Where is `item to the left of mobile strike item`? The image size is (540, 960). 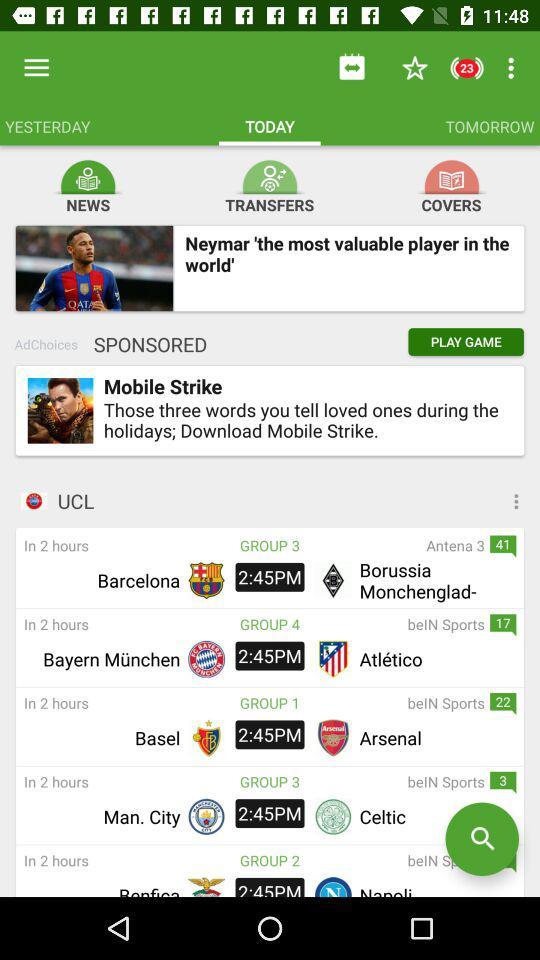 item to the left of mobile strike item is located at coordinates (60, 409).